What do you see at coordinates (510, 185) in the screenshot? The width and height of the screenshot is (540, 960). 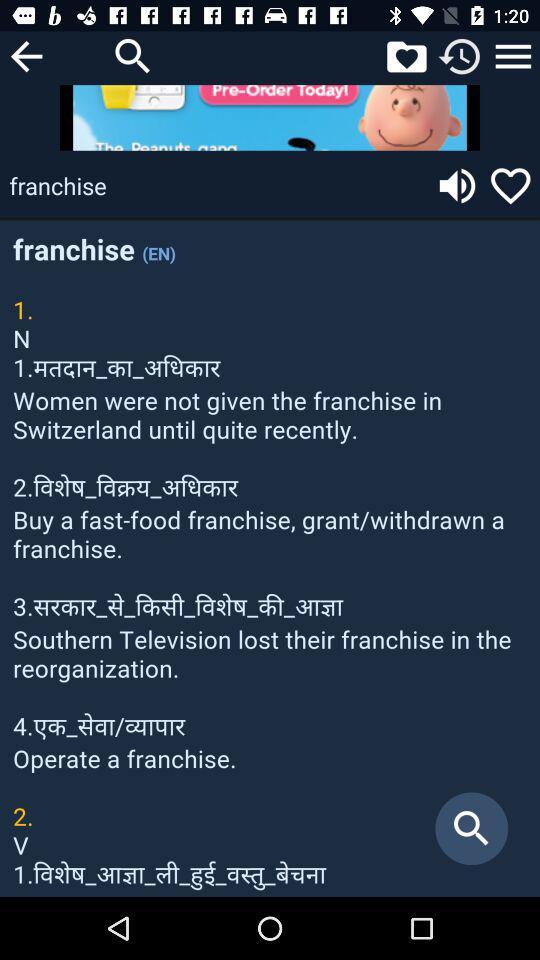 I see `like` at bounding box center [510, 185].